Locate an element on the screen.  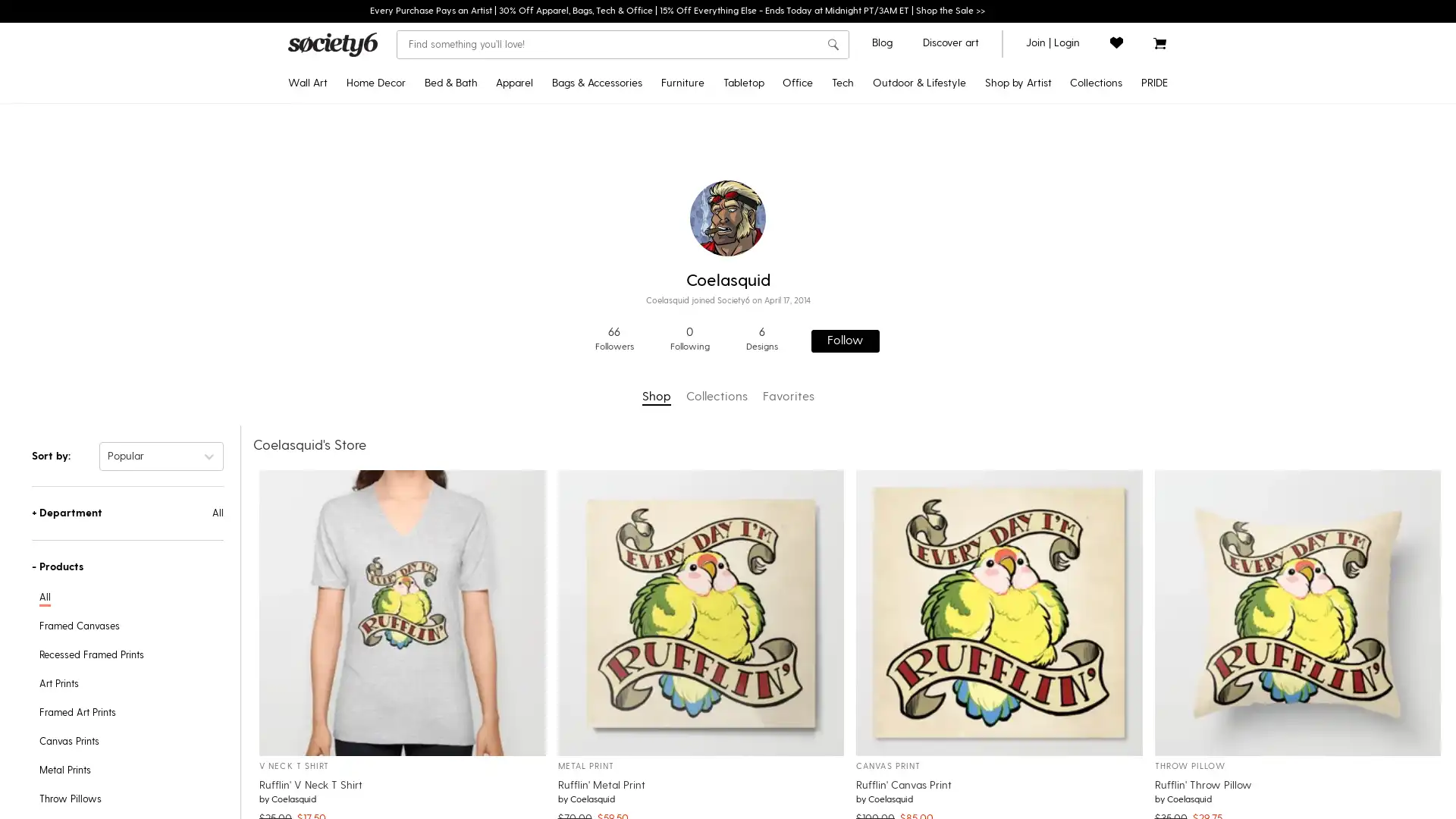
Metal Prints is located at coordinates (356, 315).